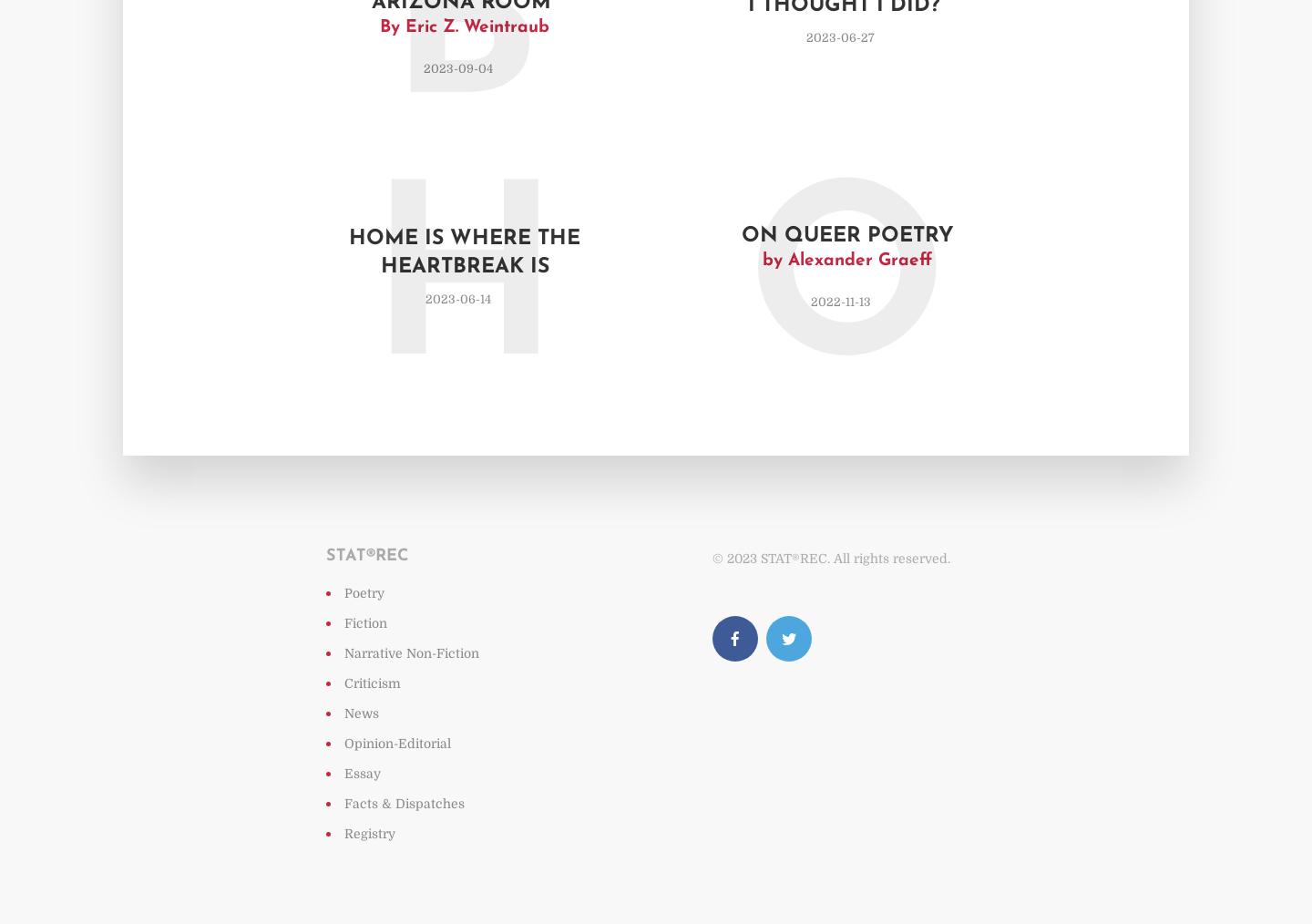 The height and width of the screenshot is (924, 1312). Describe the element at coordinates (846, 293) in the screenshot. I see `'O'` at that location.